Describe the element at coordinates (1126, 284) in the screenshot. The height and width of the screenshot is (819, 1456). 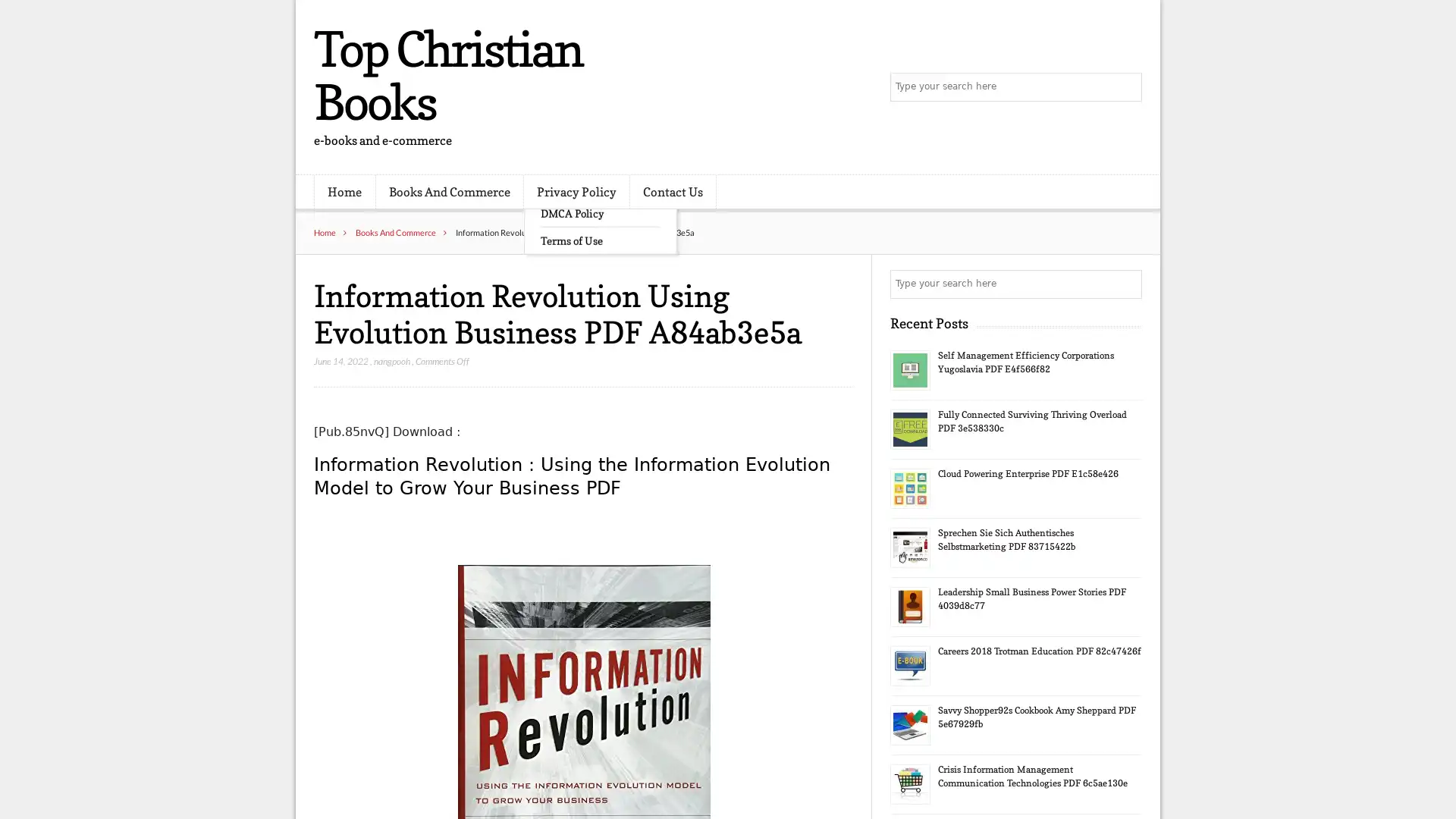
I see `Search` at that location.